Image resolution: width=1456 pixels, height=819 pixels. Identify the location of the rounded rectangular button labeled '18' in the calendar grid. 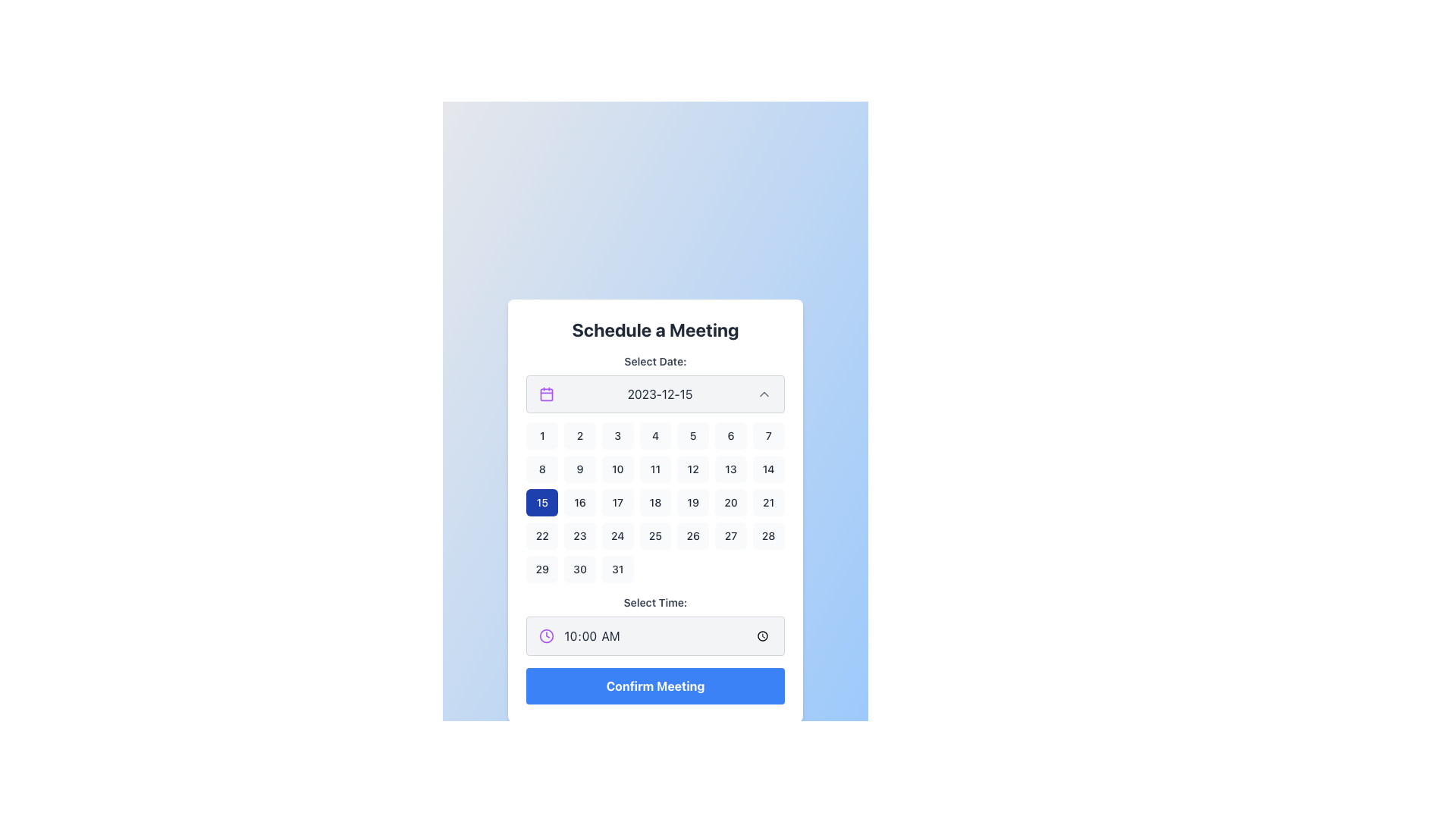
(655, 503).